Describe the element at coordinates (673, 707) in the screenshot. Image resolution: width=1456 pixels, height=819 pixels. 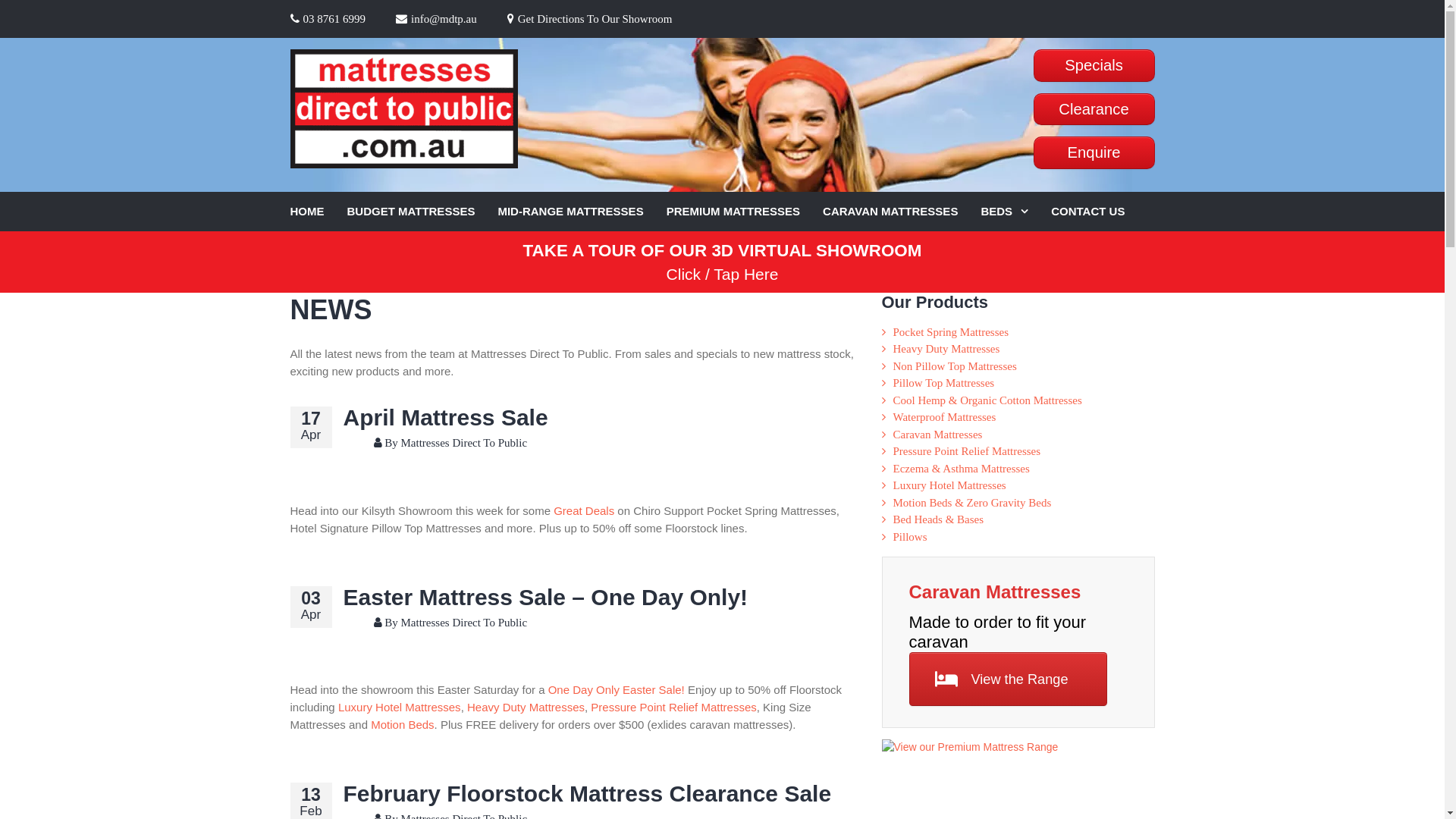
I see `'Pressure Point Relief Mattresses'` at that location.